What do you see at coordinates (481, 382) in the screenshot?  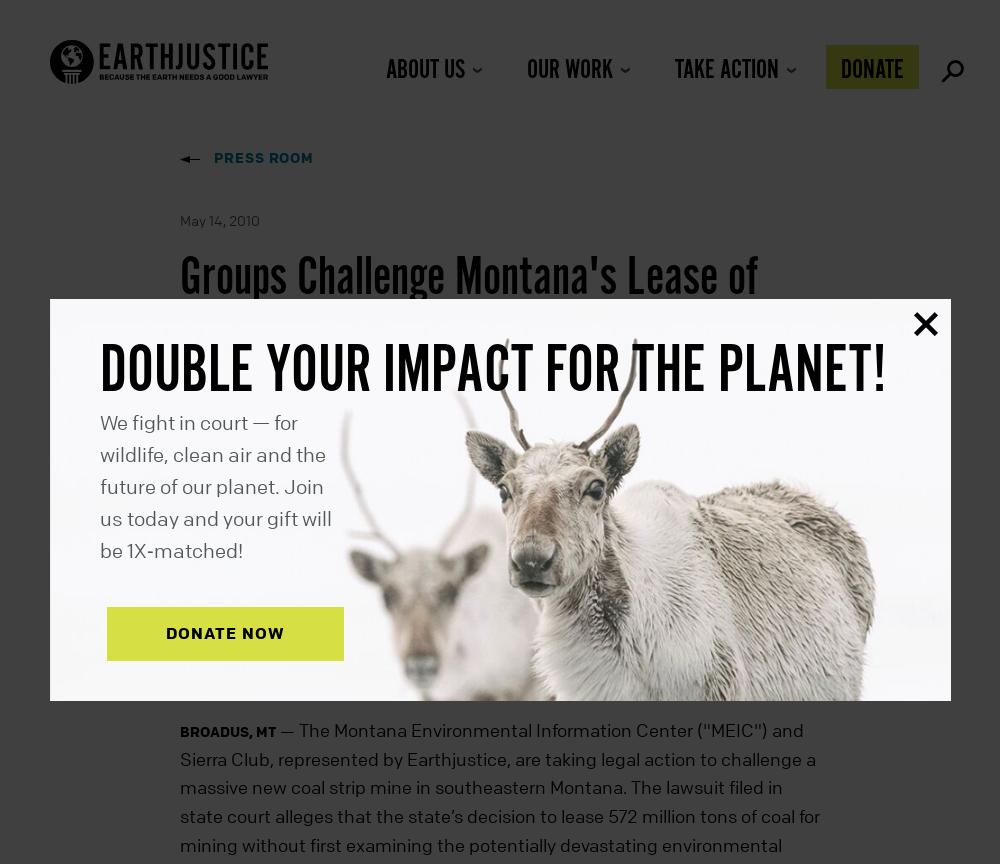 I see `'Otter Creek would become one of the largest coal mines in North America'` at bounding box center [481, 382].